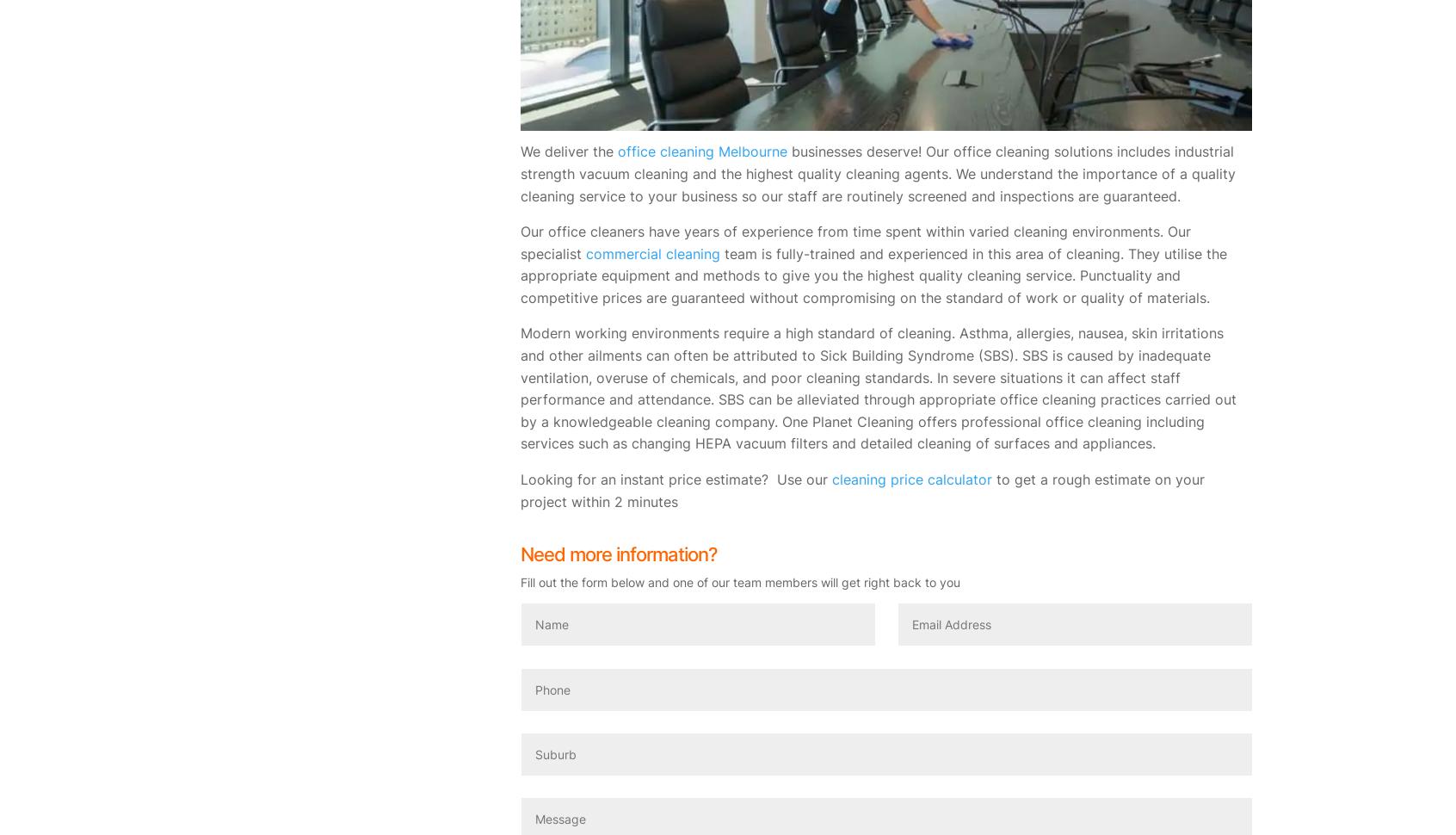 This screenshot has height=835, width=1456. What do you see at coordinates (676, 478) in the screenshot?
I see `'Looking for an instant price estimate?  Use our'` at bounding box center [676, 478].